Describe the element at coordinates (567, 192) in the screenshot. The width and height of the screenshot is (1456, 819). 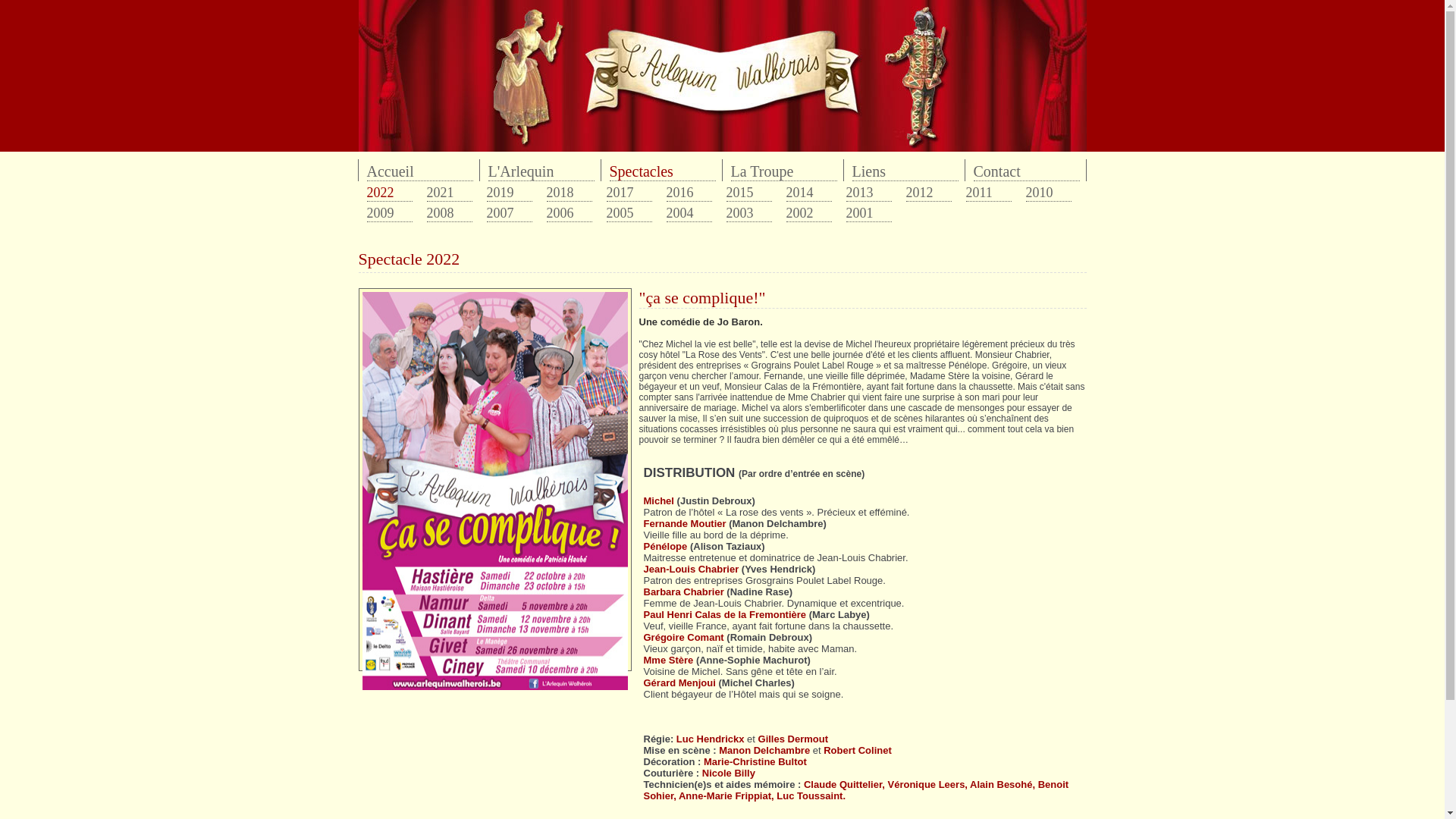
I see `'2018'` at that location.